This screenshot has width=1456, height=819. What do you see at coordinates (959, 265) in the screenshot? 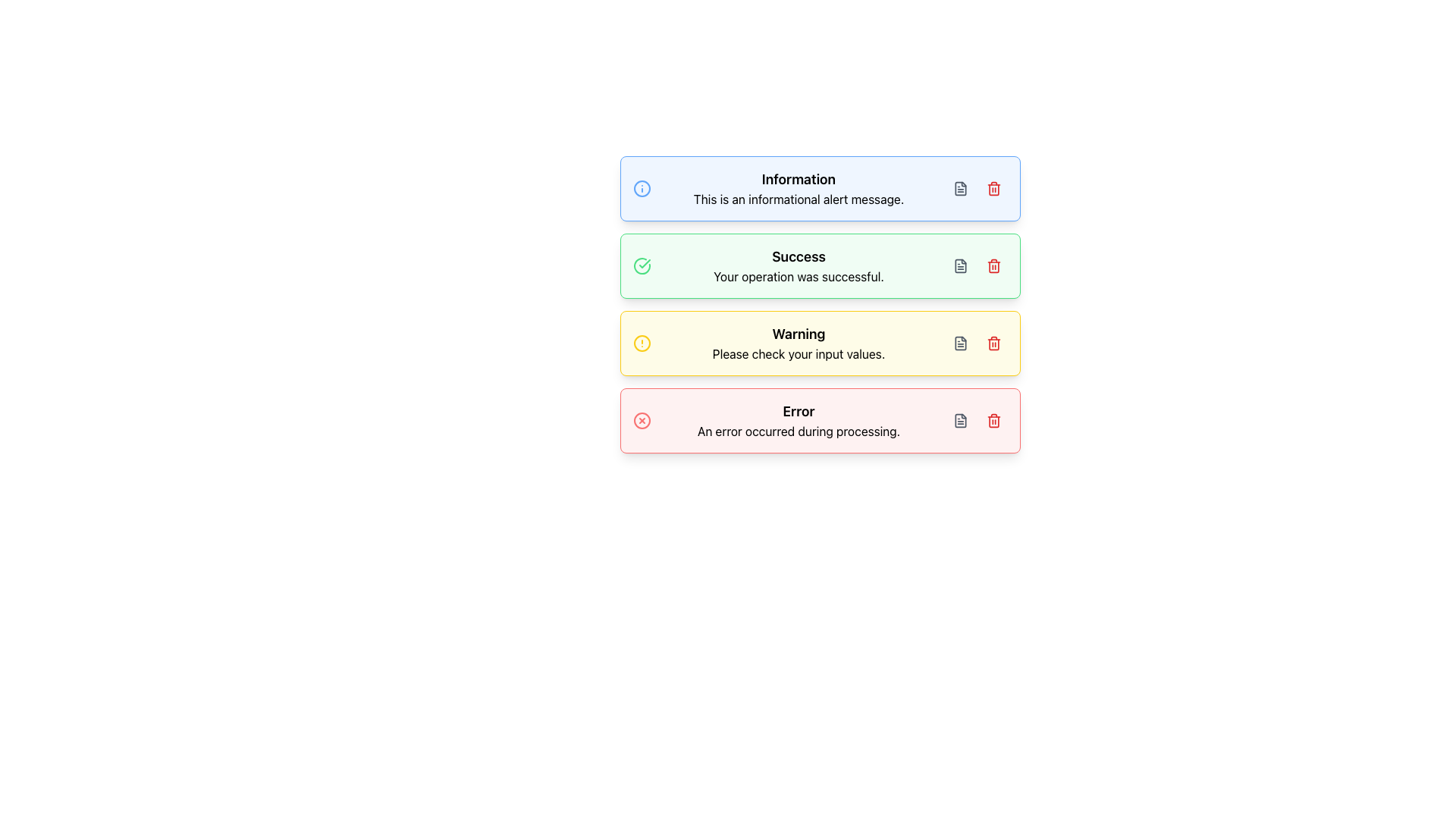
I see `the Icon button in the second notification box labeled 'Success'` at bounding box center [959, 265].